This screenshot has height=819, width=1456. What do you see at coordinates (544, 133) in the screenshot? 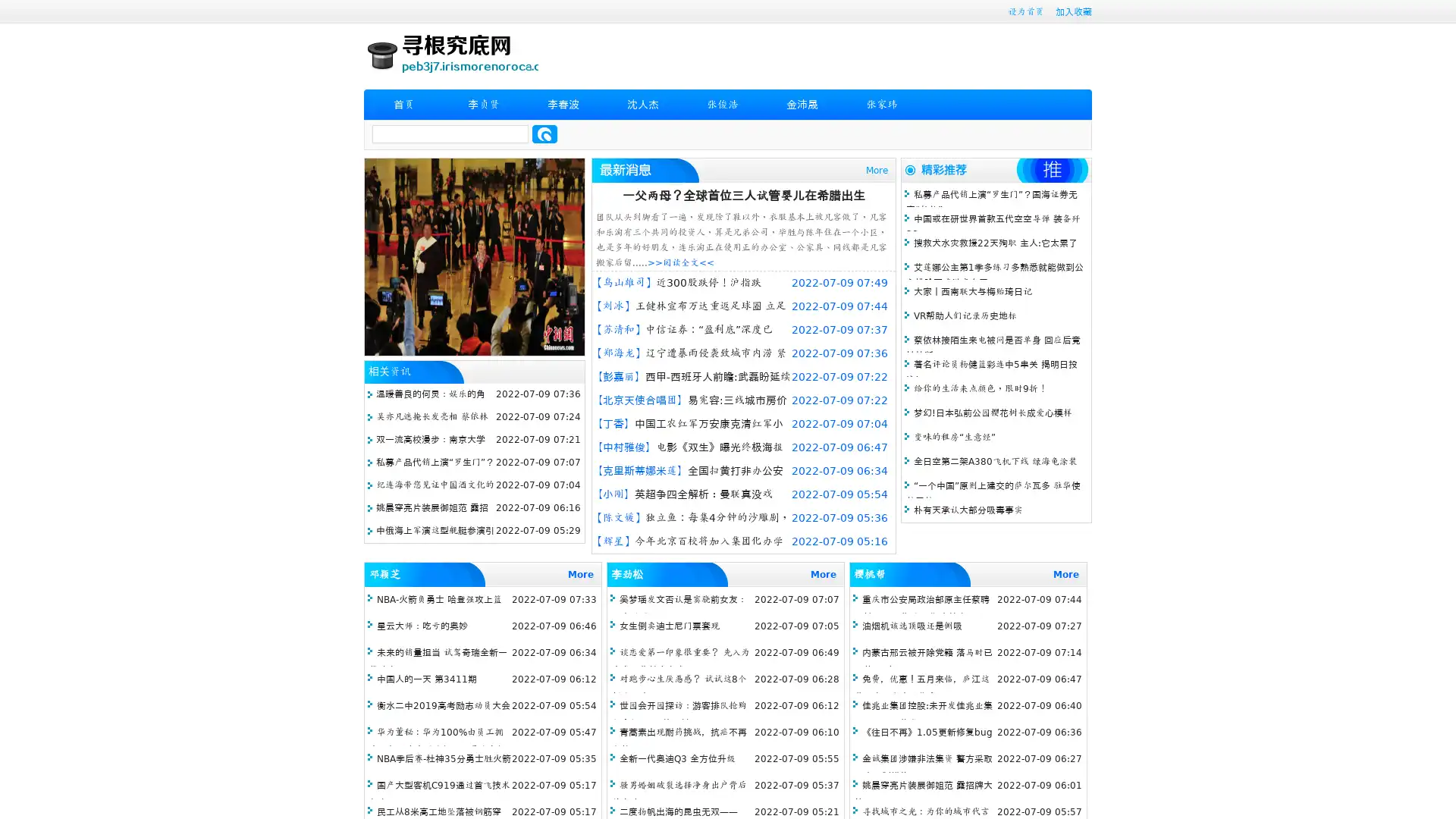
I see `Search` at bounding box center [544, 133].